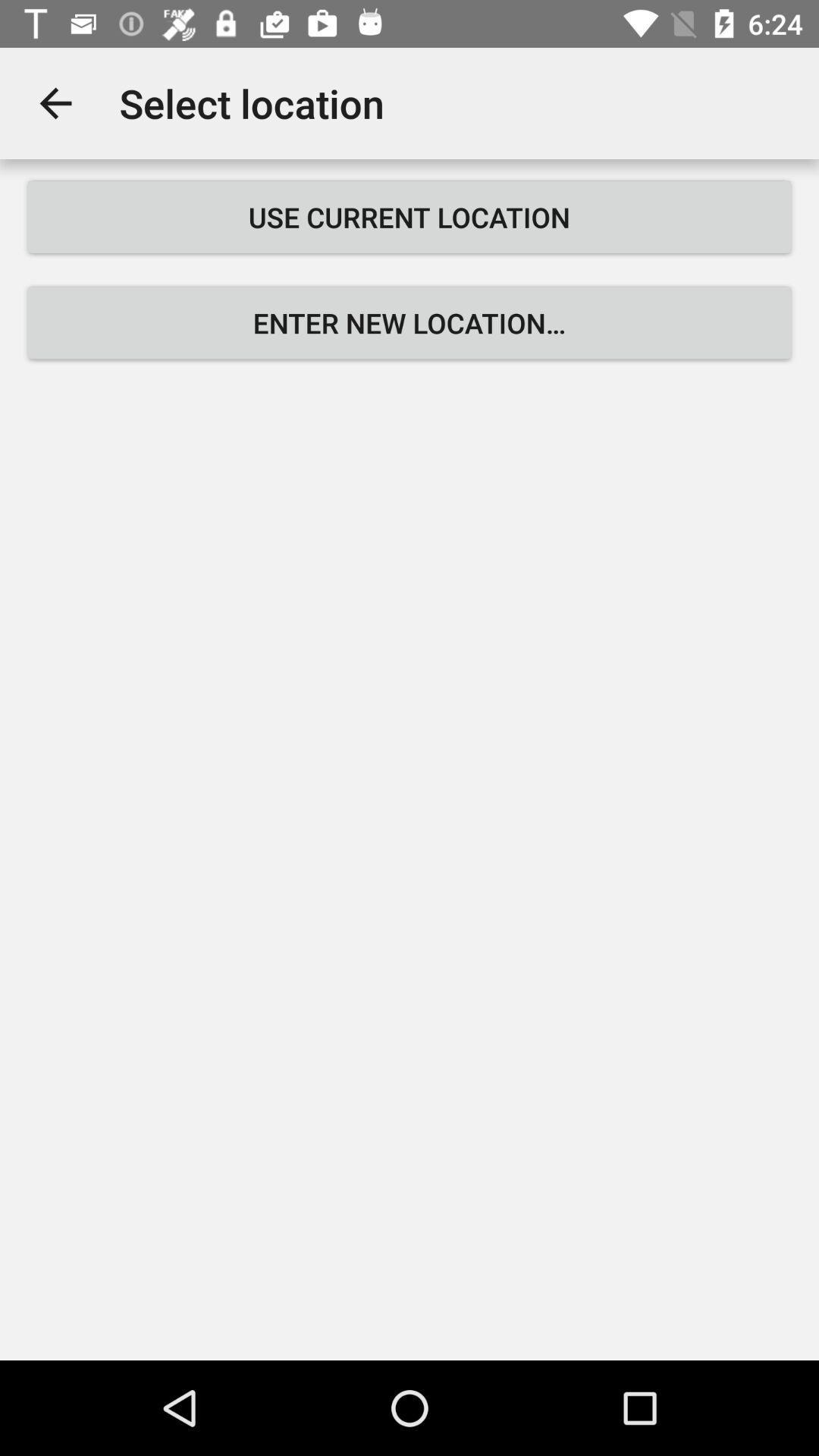 Image resolution: width=819 pixels, height=1456 pixels. What do you see at coordinates (55, 102) in the screenshot?
I see `the icon next to the select location` at bounding box center [55, 102].